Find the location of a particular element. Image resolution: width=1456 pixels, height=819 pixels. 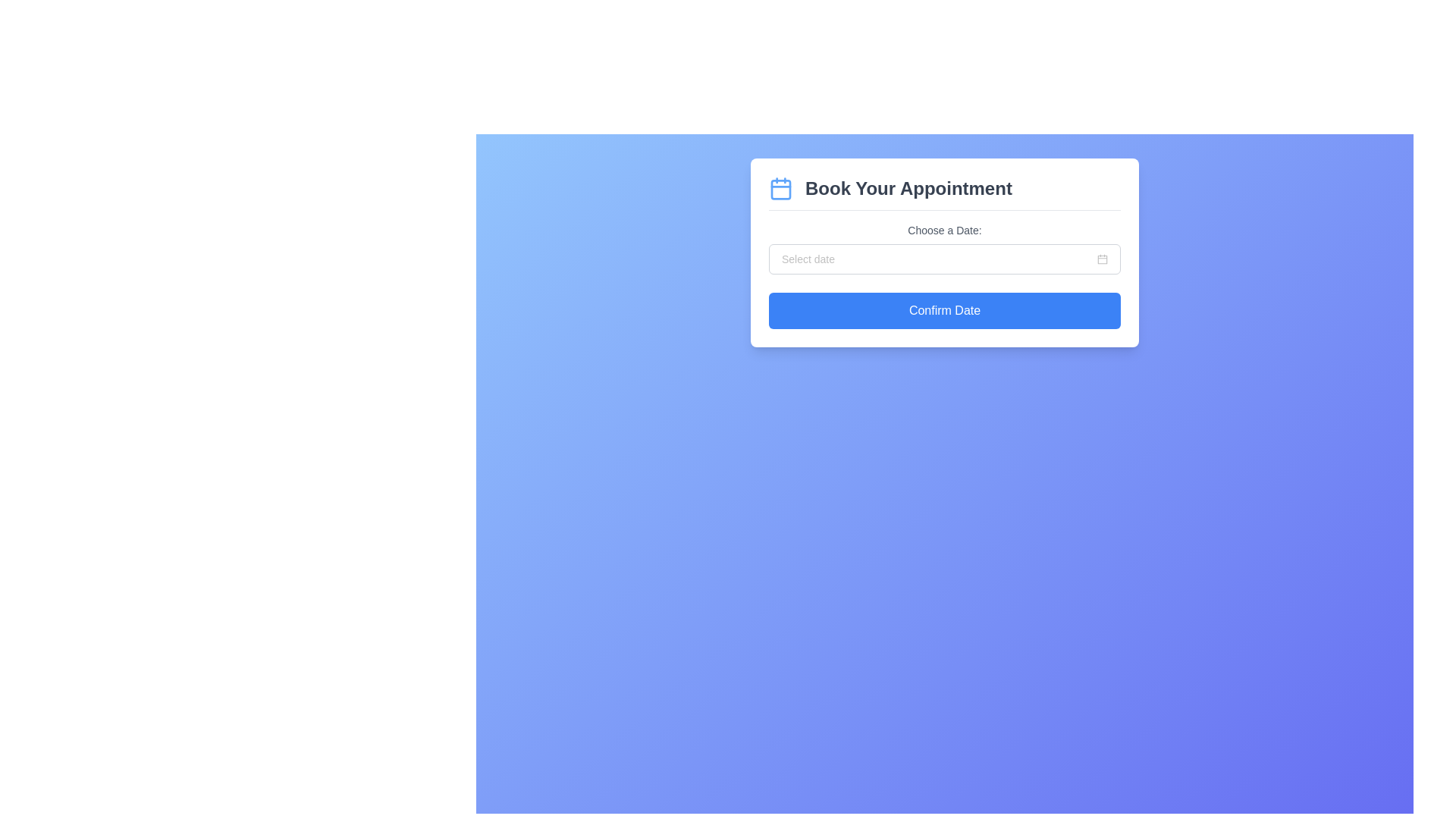

the calendar SVG icon located to the left of the 'Book Your Appointment' text is located at coordinates (781, 188).